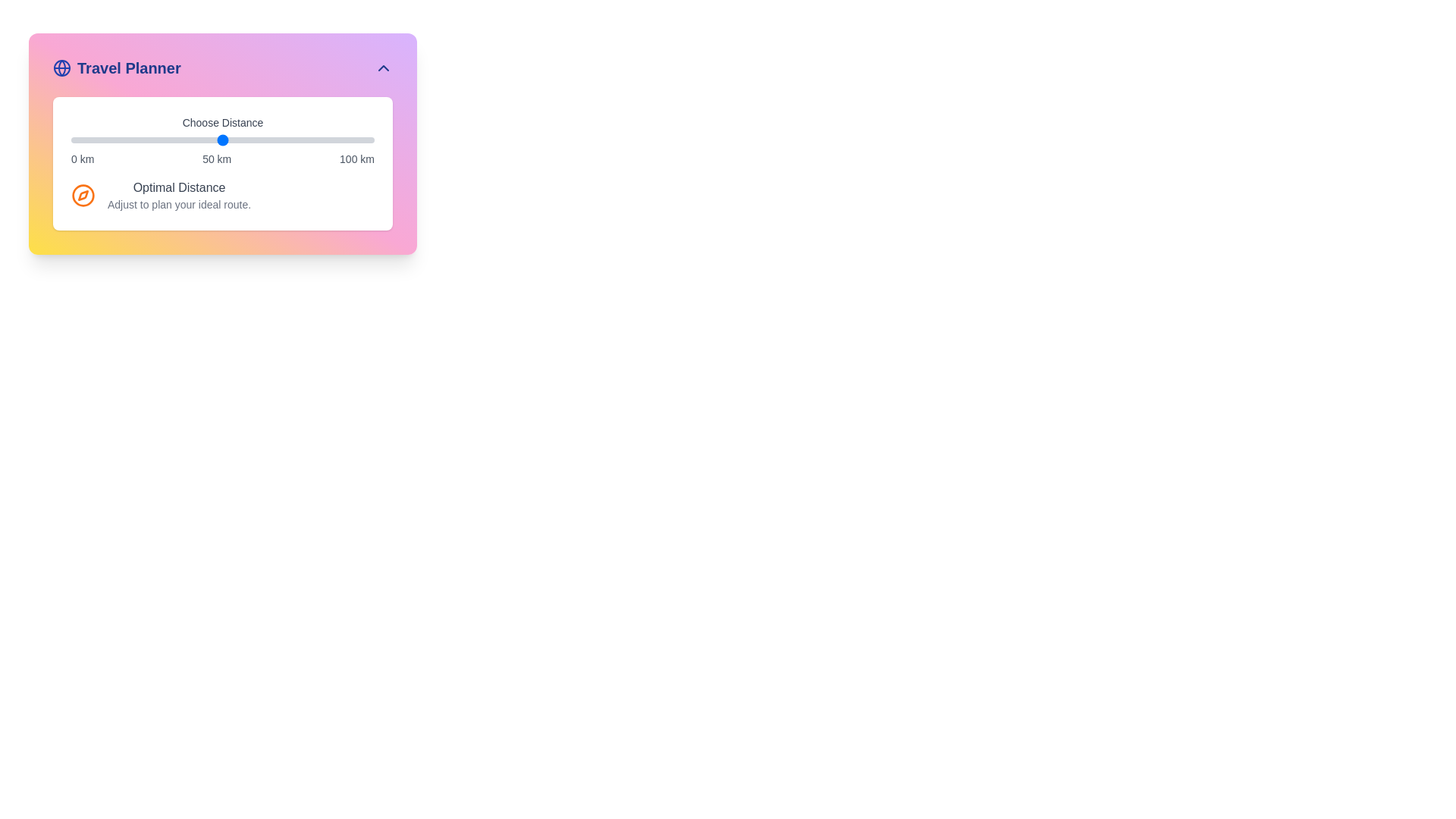  Describe the element at coordinates (309, 140) in the screenshot. I see `the distance slider` at that location.